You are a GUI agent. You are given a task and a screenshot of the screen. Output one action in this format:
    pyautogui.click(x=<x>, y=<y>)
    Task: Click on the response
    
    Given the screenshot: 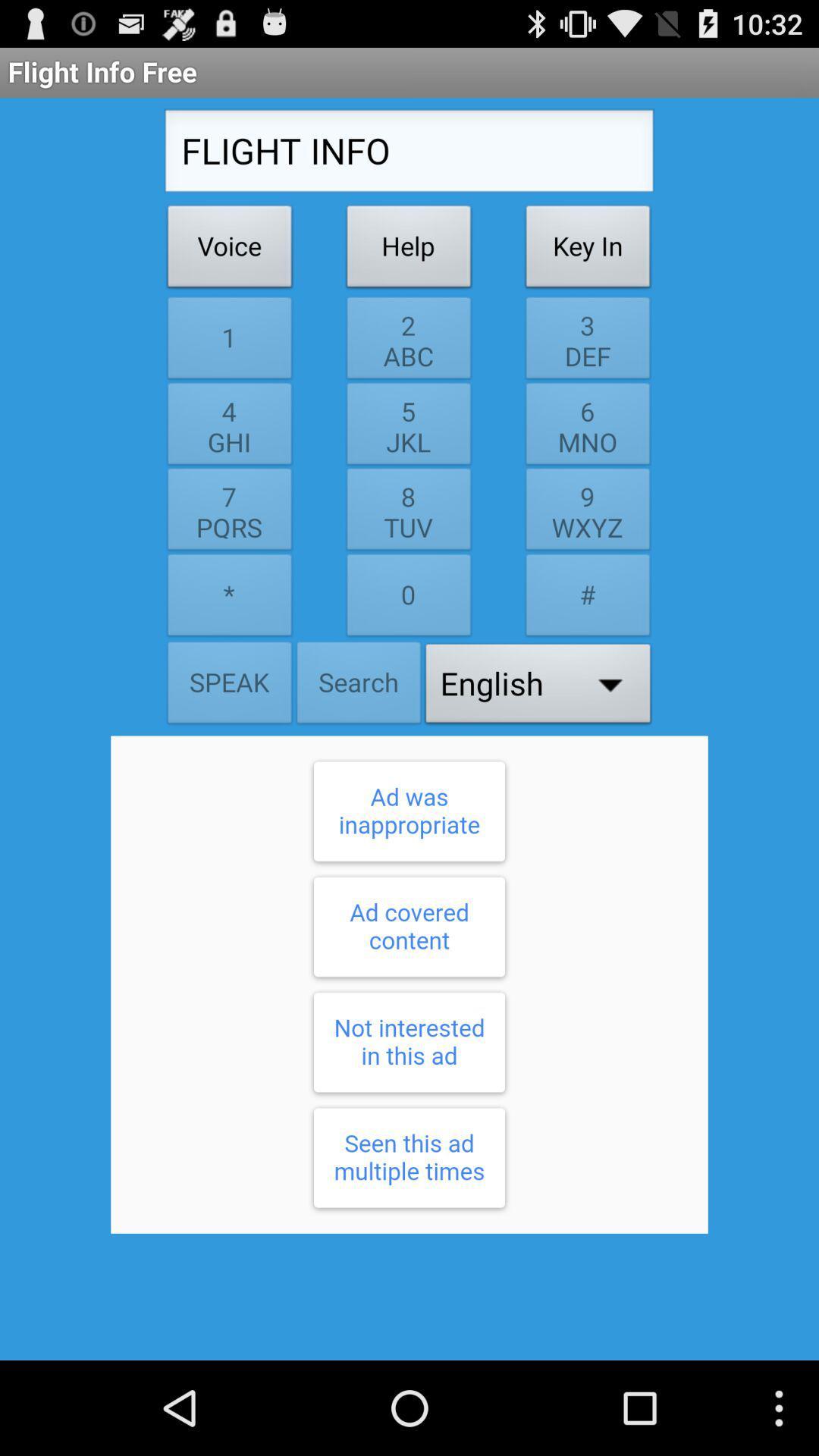 What is the action you would take?
    pyautogui.click(x=409, y=984)
    